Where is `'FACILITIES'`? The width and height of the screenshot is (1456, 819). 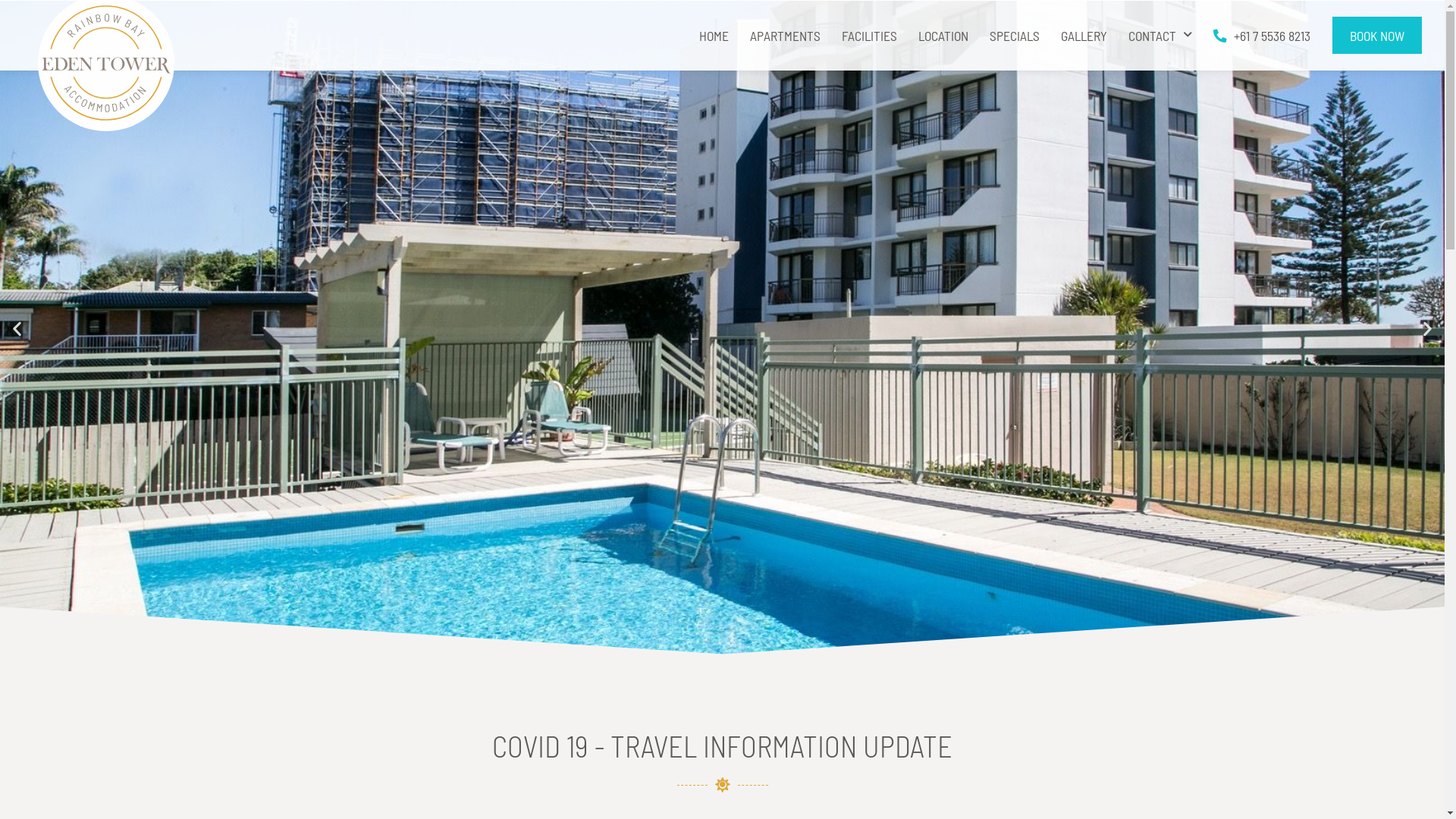
'FACILITIES' is located at coordinates (869, 34).